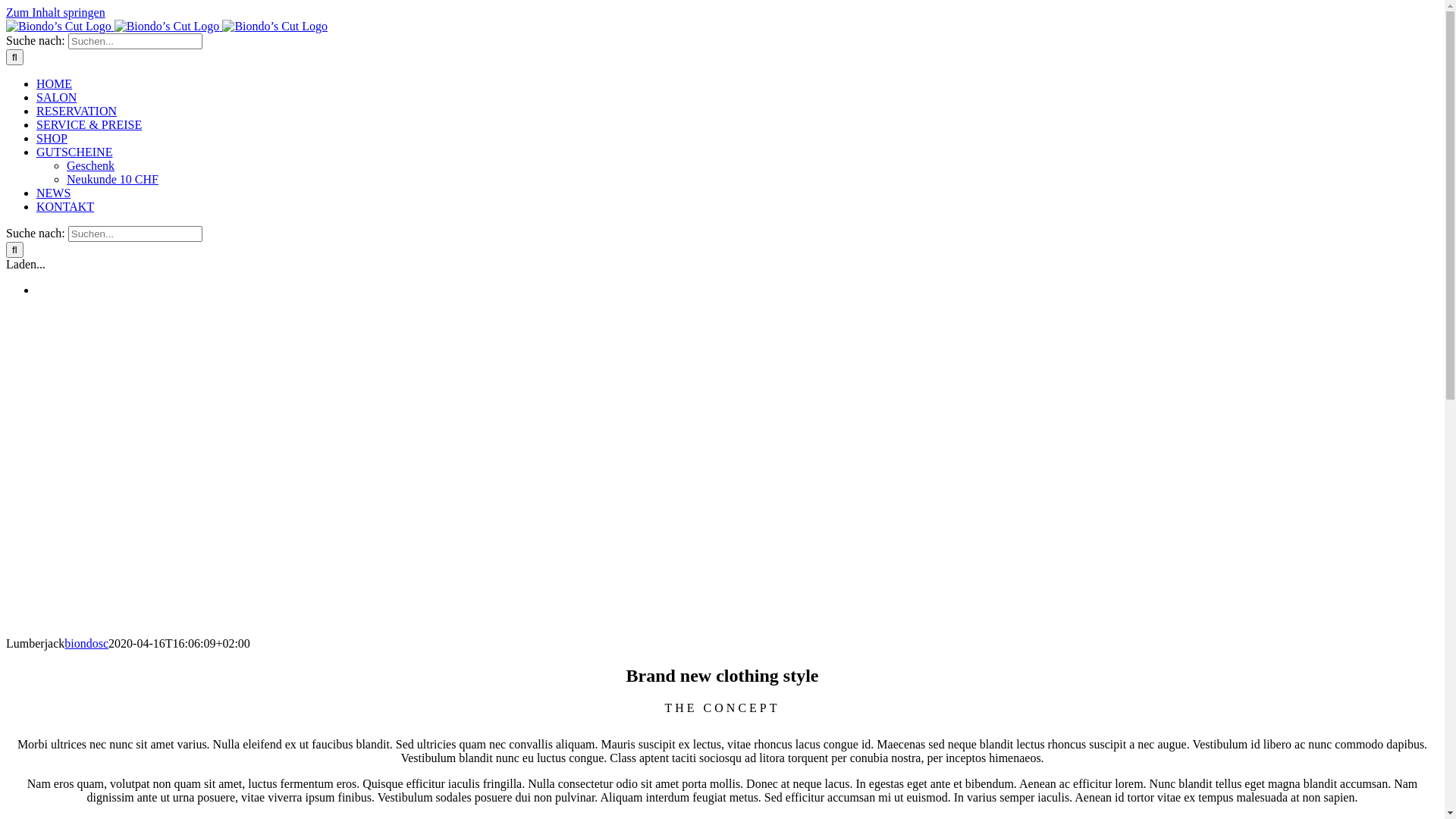 The height and width of the screenshot is (819, 1456). What do you see at coordinates (36, 110) in the screenshot?
I see `'RESERVATION'` at bounding box center [36, 110].